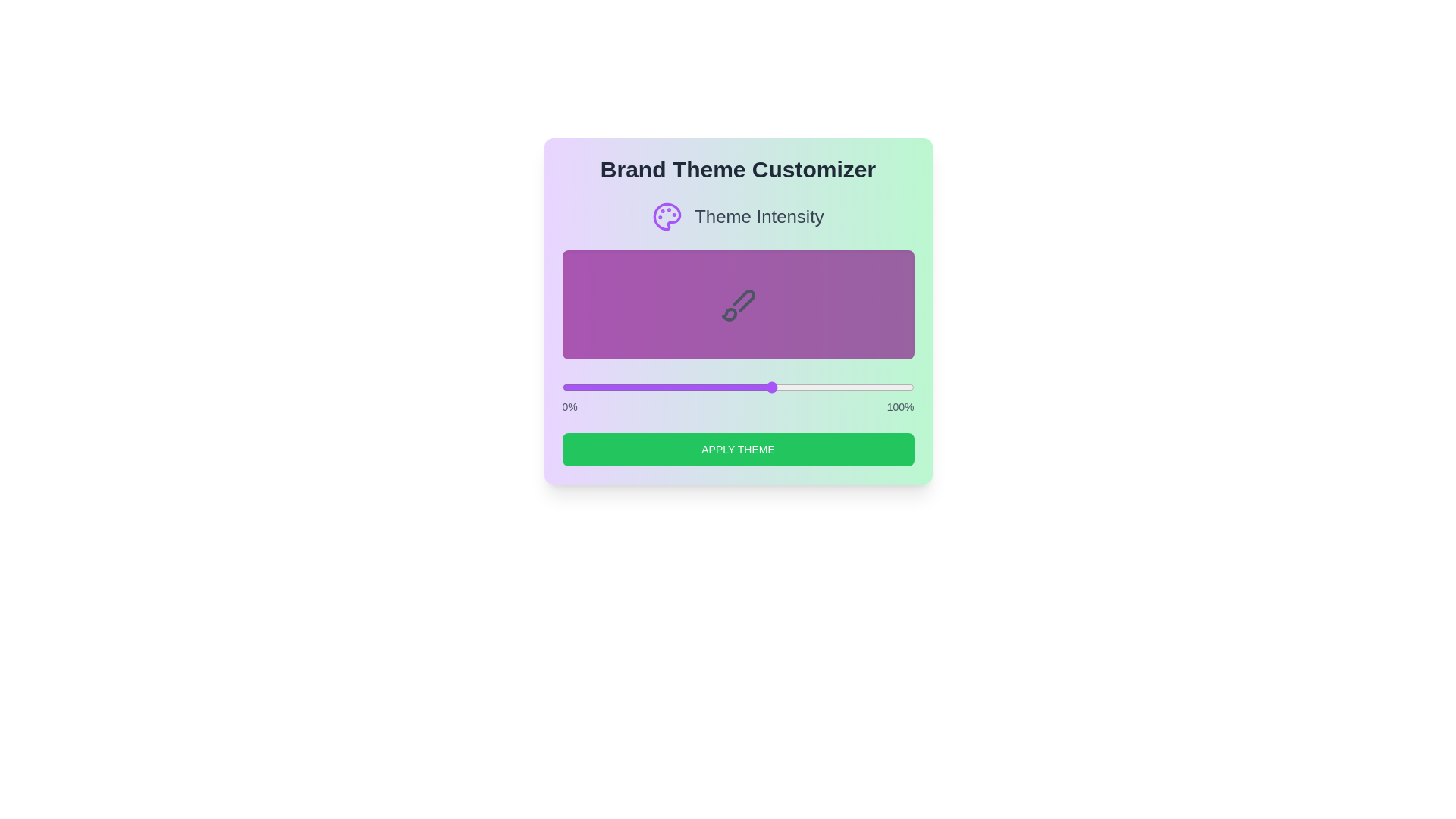 Image resolution: width=1456 pixels, height=819 pixels. What do you see at coordinates (773, 386) in the screenshot?
I see `the theme intensity to 60 percent using the slider` at bounding box center [773, 386].